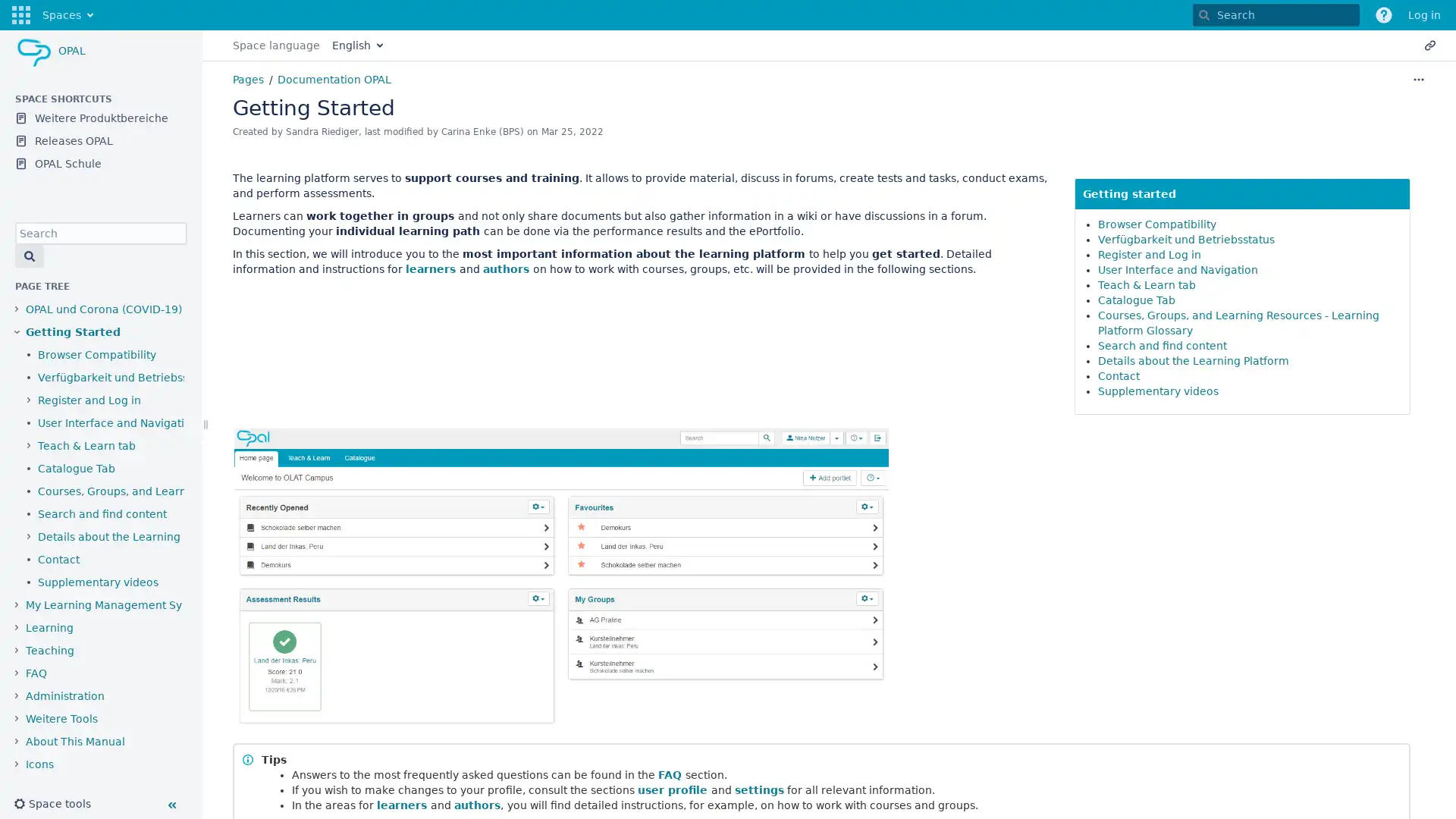 The width and height of the screenshot is (1456, 819). What do you see at coordinates (29, 256) in the screenshot?
I see `Search` at bounding box center [29, 256].